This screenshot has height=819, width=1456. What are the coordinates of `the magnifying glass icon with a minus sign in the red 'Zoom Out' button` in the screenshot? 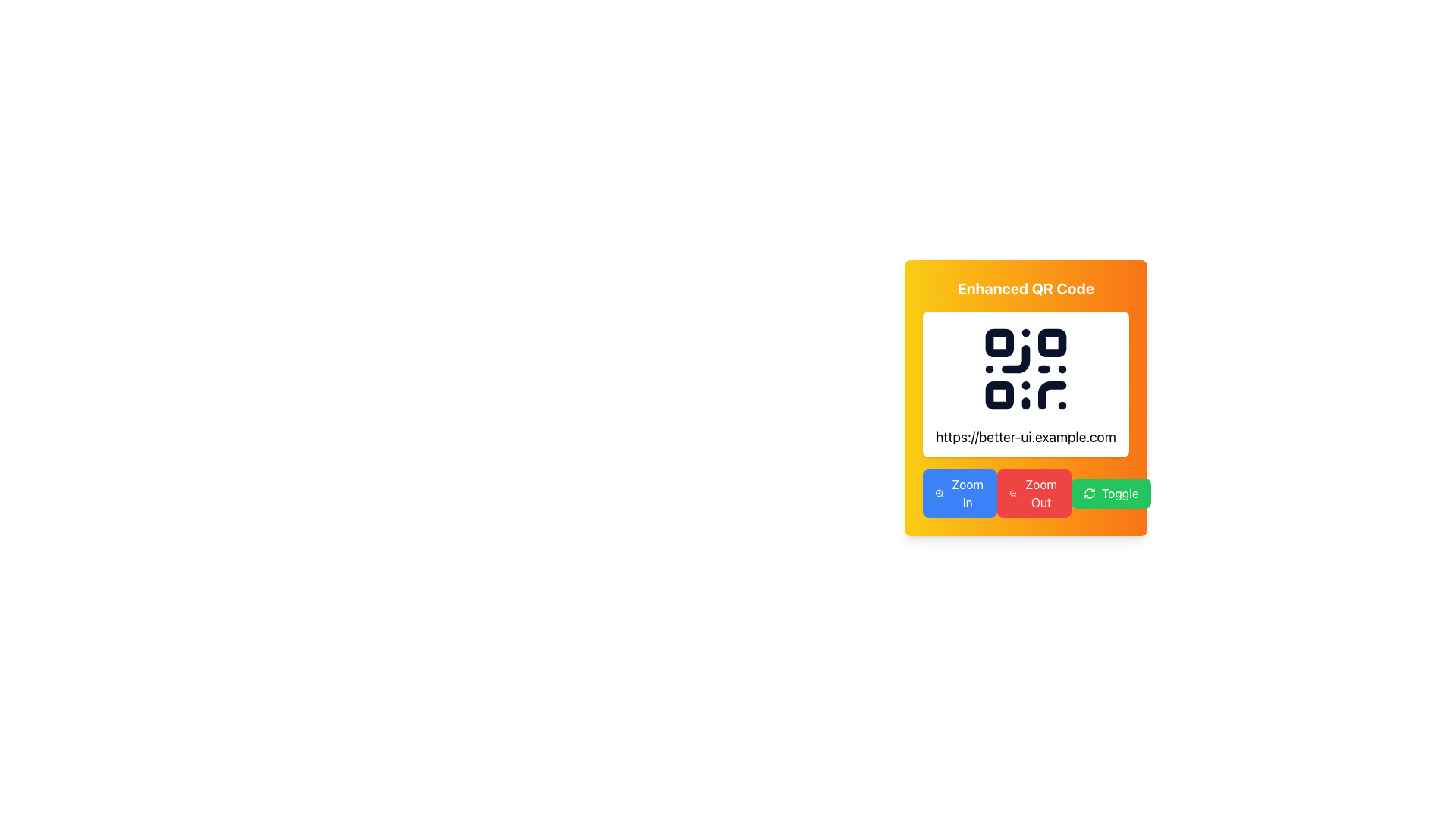 It's located at (1013, 494).